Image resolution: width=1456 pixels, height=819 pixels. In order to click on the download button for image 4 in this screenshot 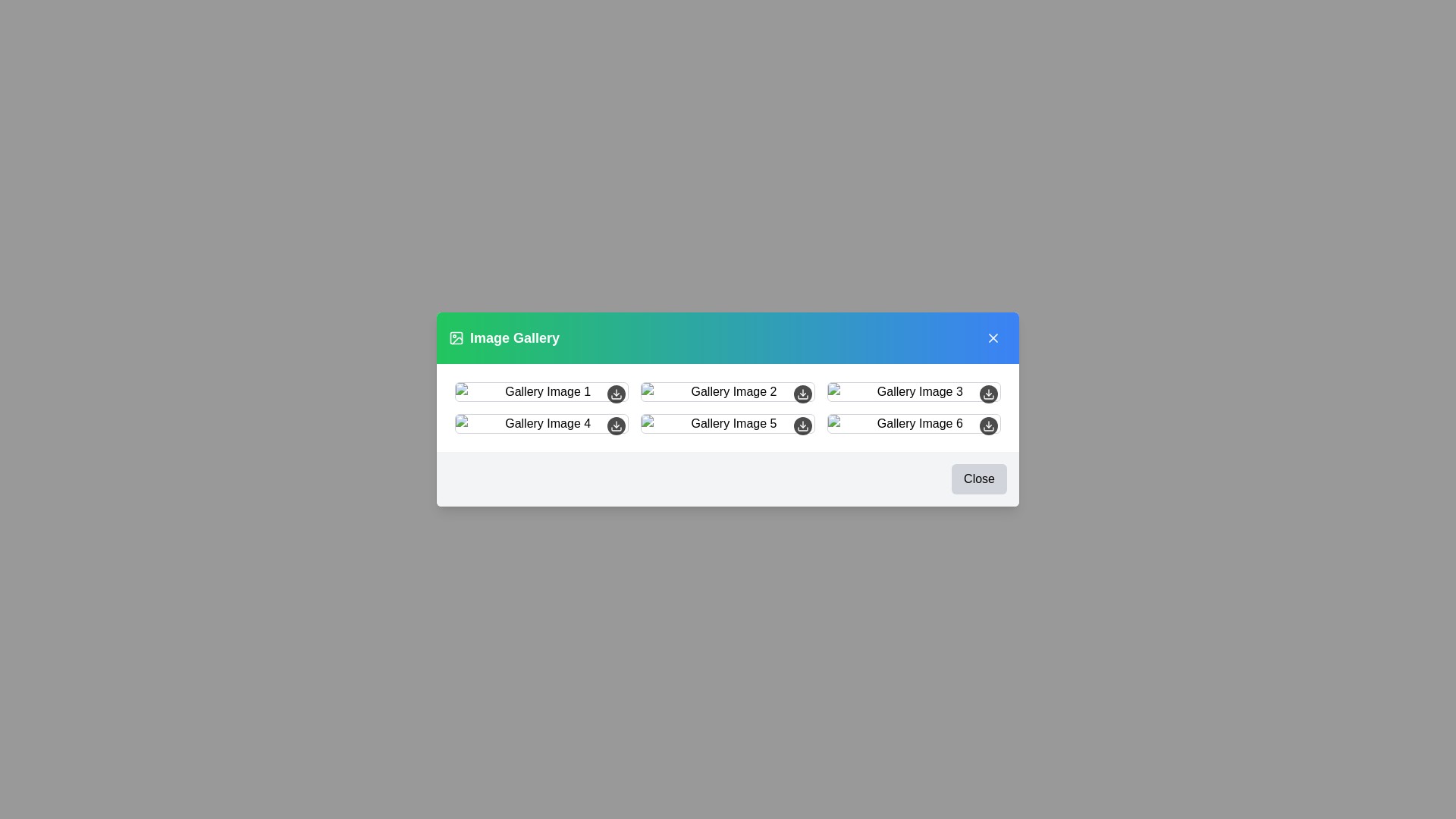, I will do `click(616, 426)`.